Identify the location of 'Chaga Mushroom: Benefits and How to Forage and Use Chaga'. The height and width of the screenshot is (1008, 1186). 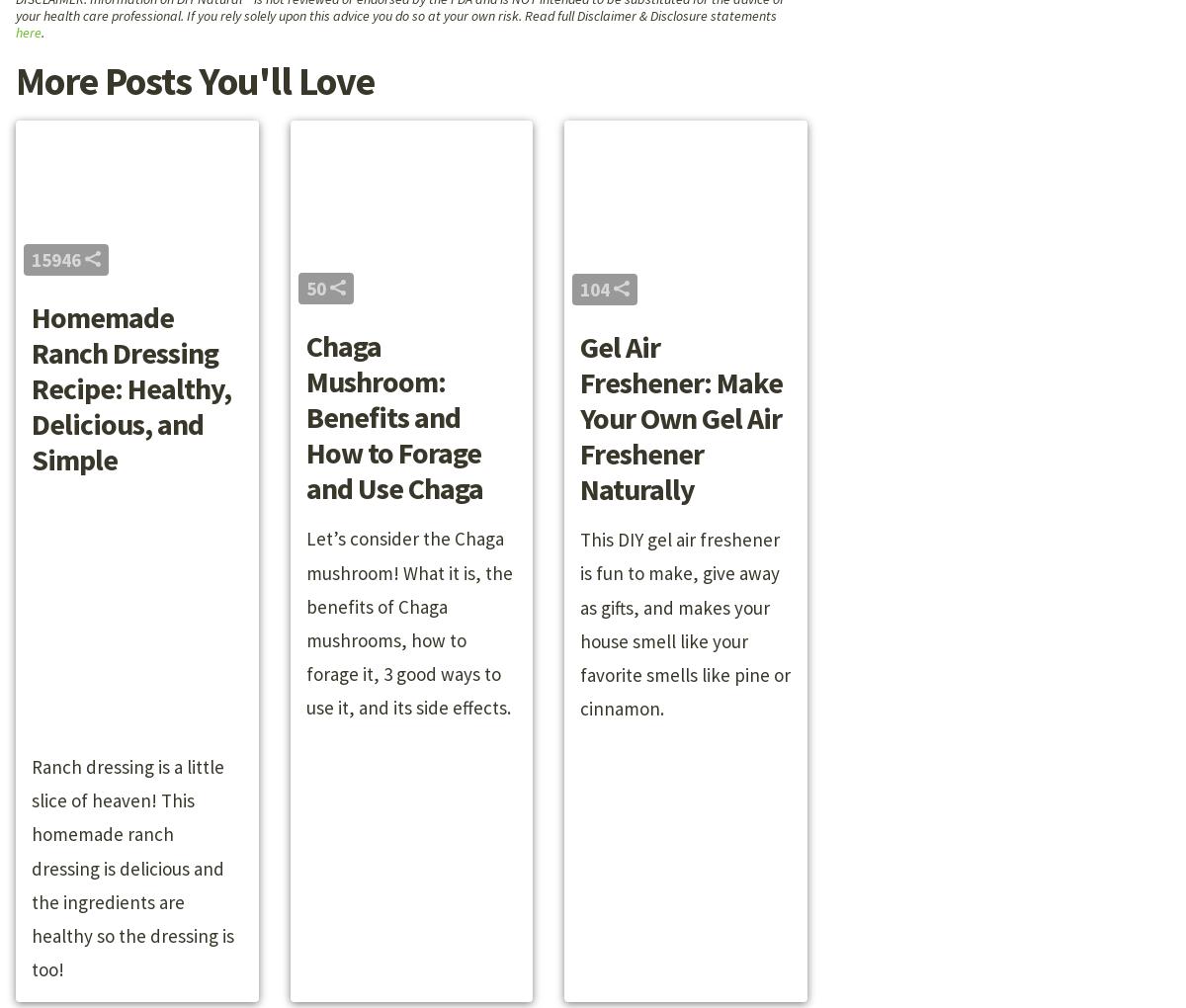
(393, 416).